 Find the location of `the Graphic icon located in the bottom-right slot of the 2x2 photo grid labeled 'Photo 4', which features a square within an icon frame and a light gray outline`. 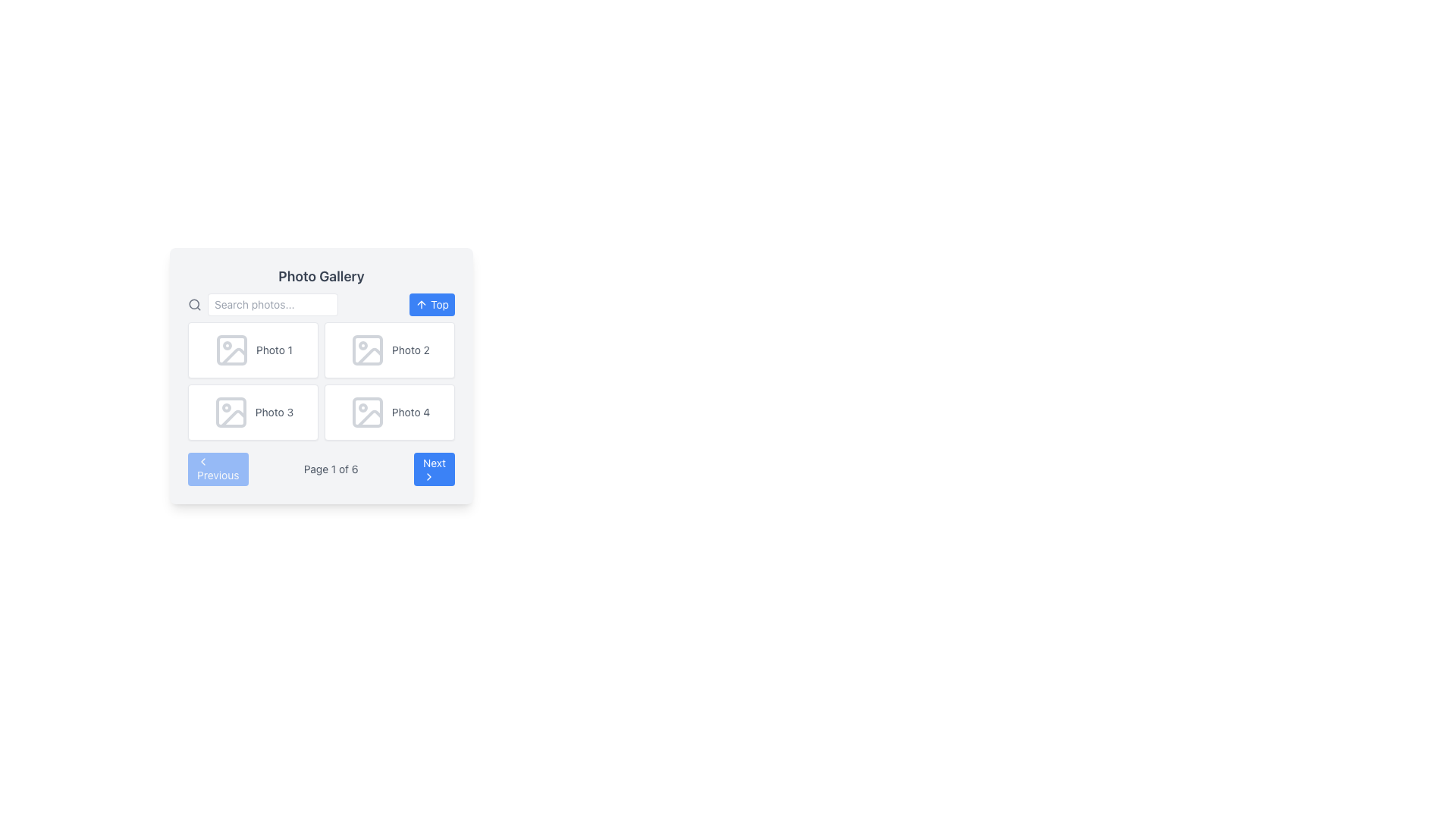

the Graphic icon located in the bottom-right slot of the 2x2 photo grid labeled 'Photo 4', which features a square within an icon frame and a light gray outline is located at coordinates (367, 412).